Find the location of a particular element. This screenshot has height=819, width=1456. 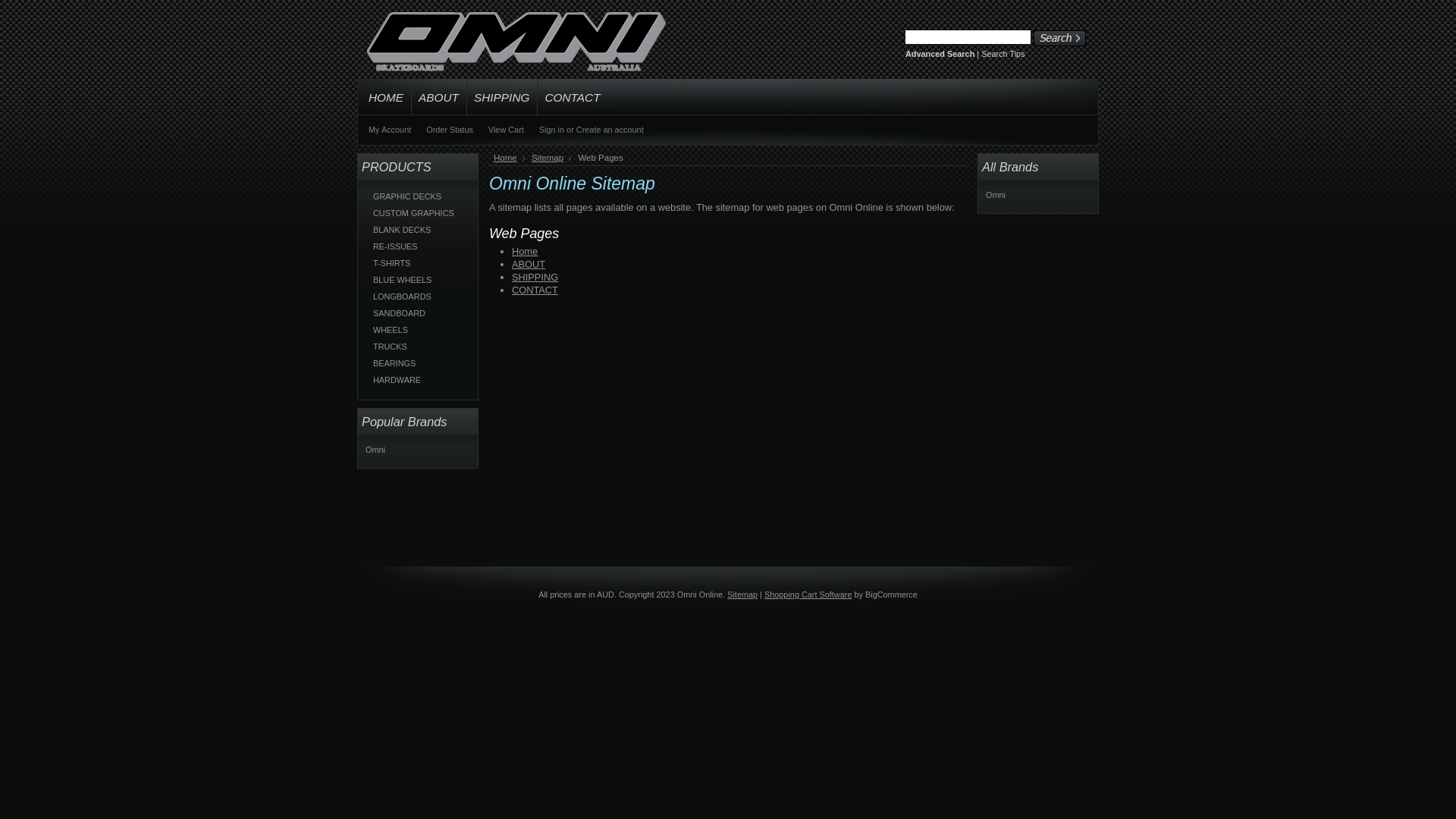

'Sitemap' is located at coordinates (550, 158).